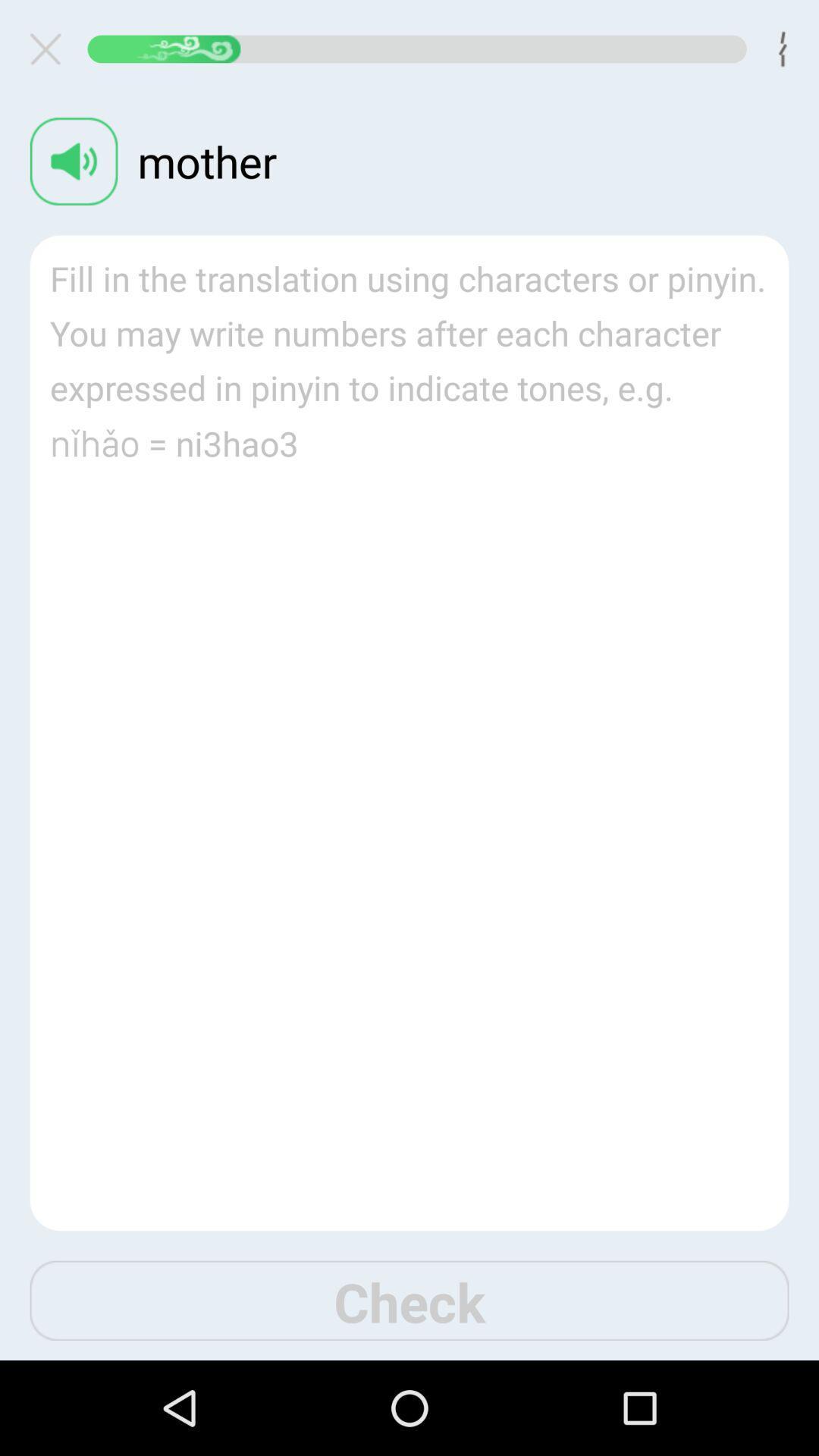 The image size is (819, 1456). I want to click on the volume icon, so click(74, 172).